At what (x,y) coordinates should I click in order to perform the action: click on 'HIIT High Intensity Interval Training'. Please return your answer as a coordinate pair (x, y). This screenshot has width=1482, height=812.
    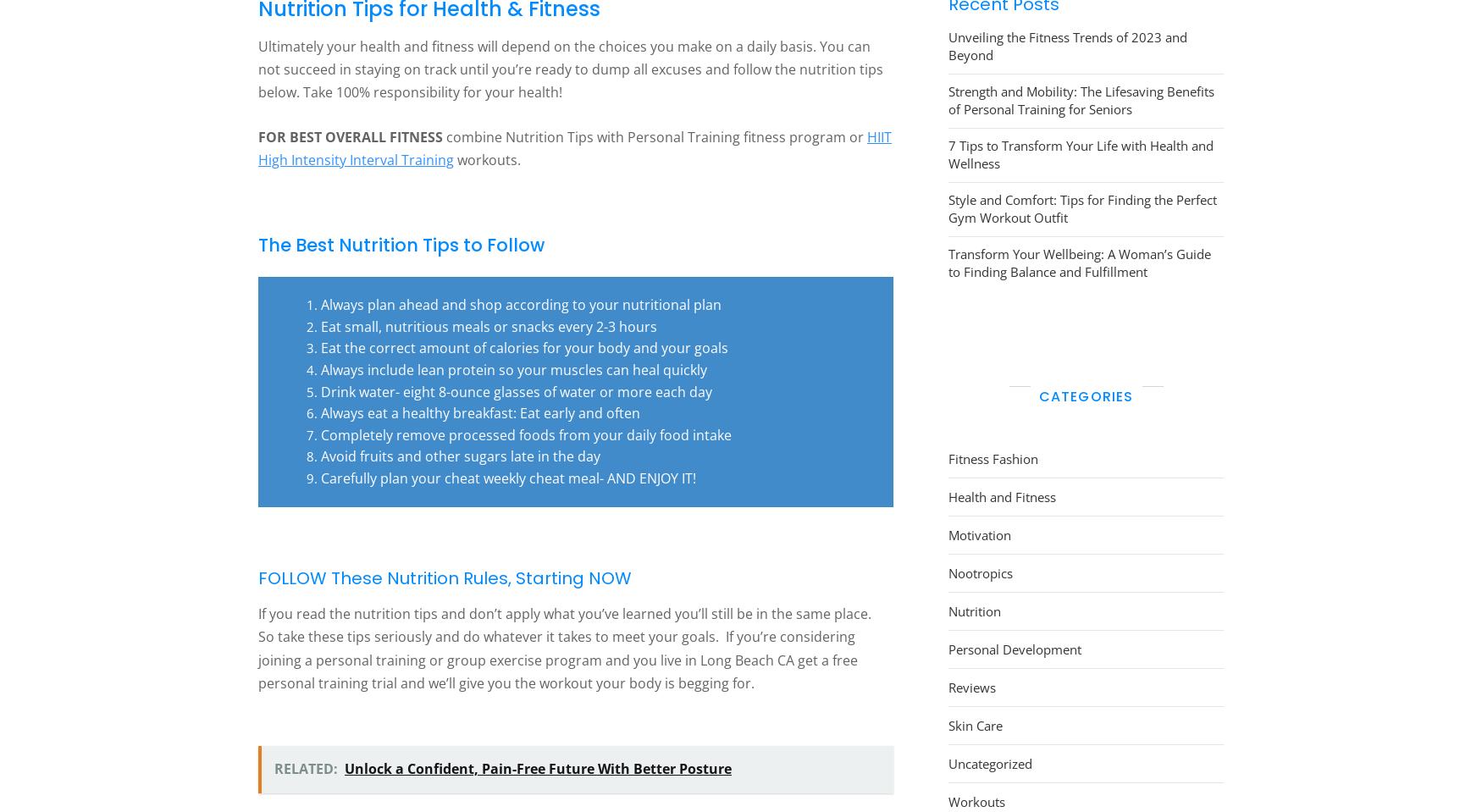
    Looking at the image, I should click on (574, 146).